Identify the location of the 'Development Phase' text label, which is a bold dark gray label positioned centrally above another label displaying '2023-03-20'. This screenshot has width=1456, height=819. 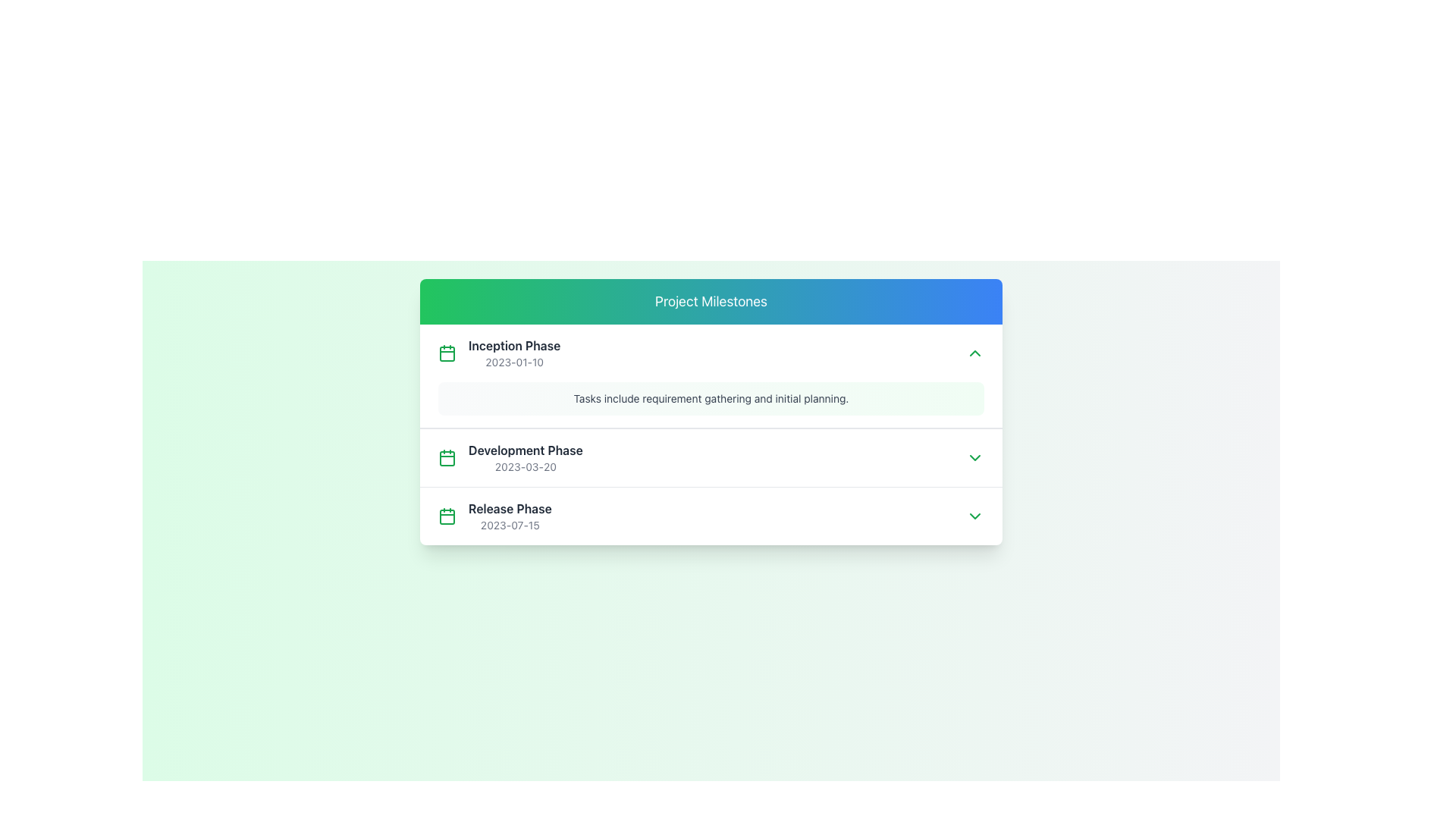
(526, 450).